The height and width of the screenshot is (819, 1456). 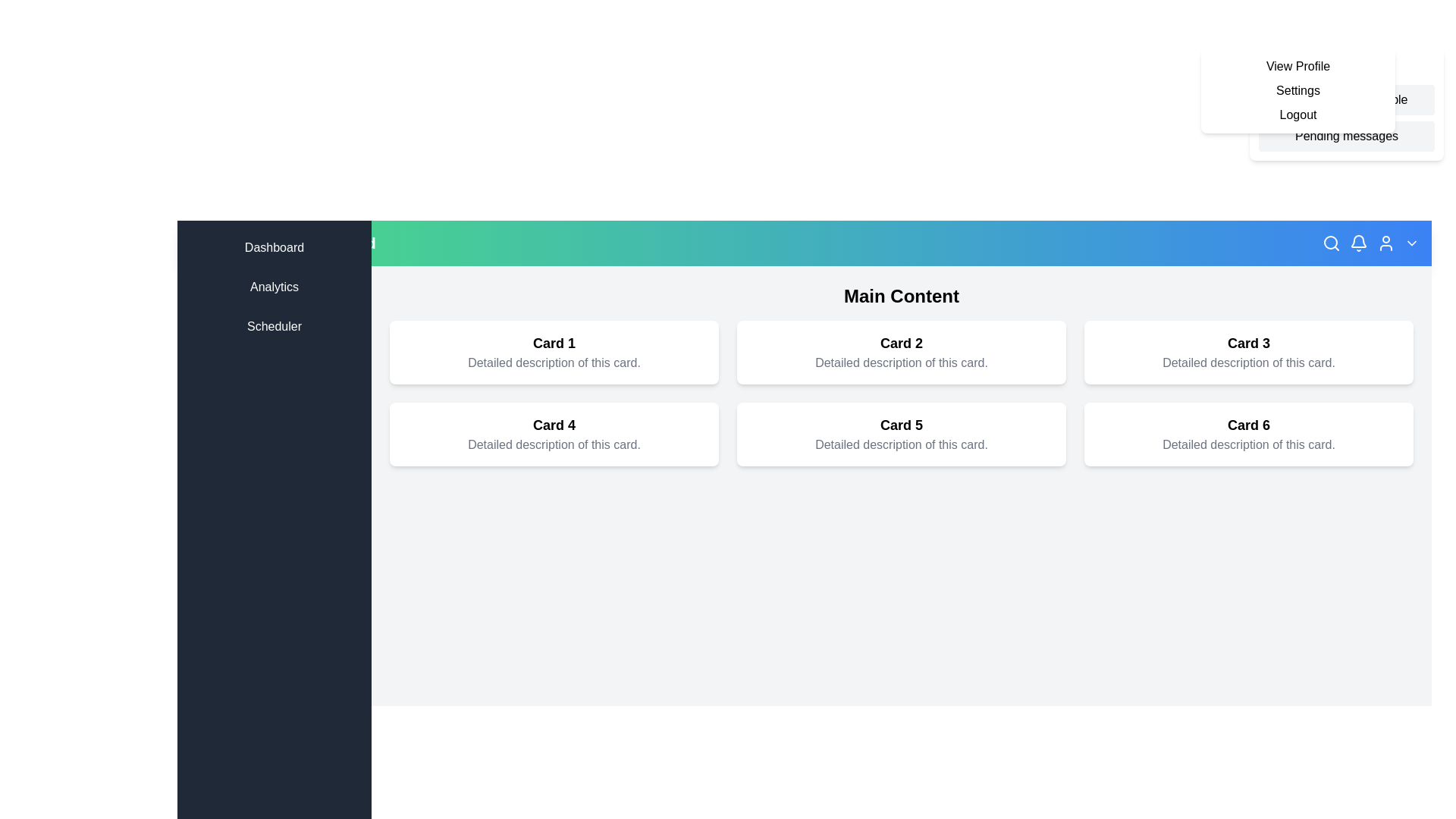 I want to click on title displayed in the text label that shows 'Card 2', which is centrally aligned at the top of its card, so click(x=902, y=343).